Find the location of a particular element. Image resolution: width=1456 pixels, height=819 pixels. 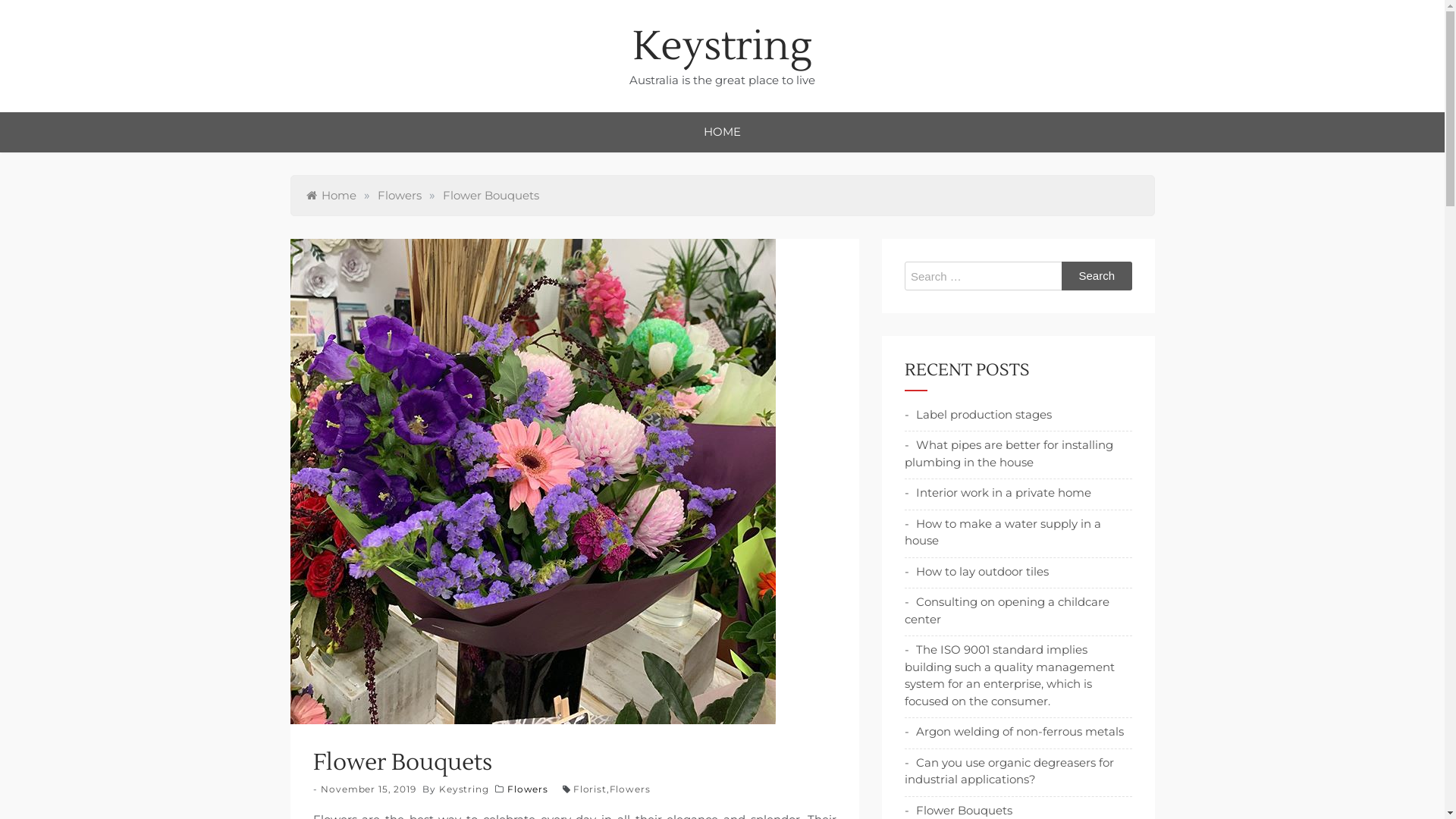

'Argon welding of non-ferrous metals' is located at coordinates (1013, 730).